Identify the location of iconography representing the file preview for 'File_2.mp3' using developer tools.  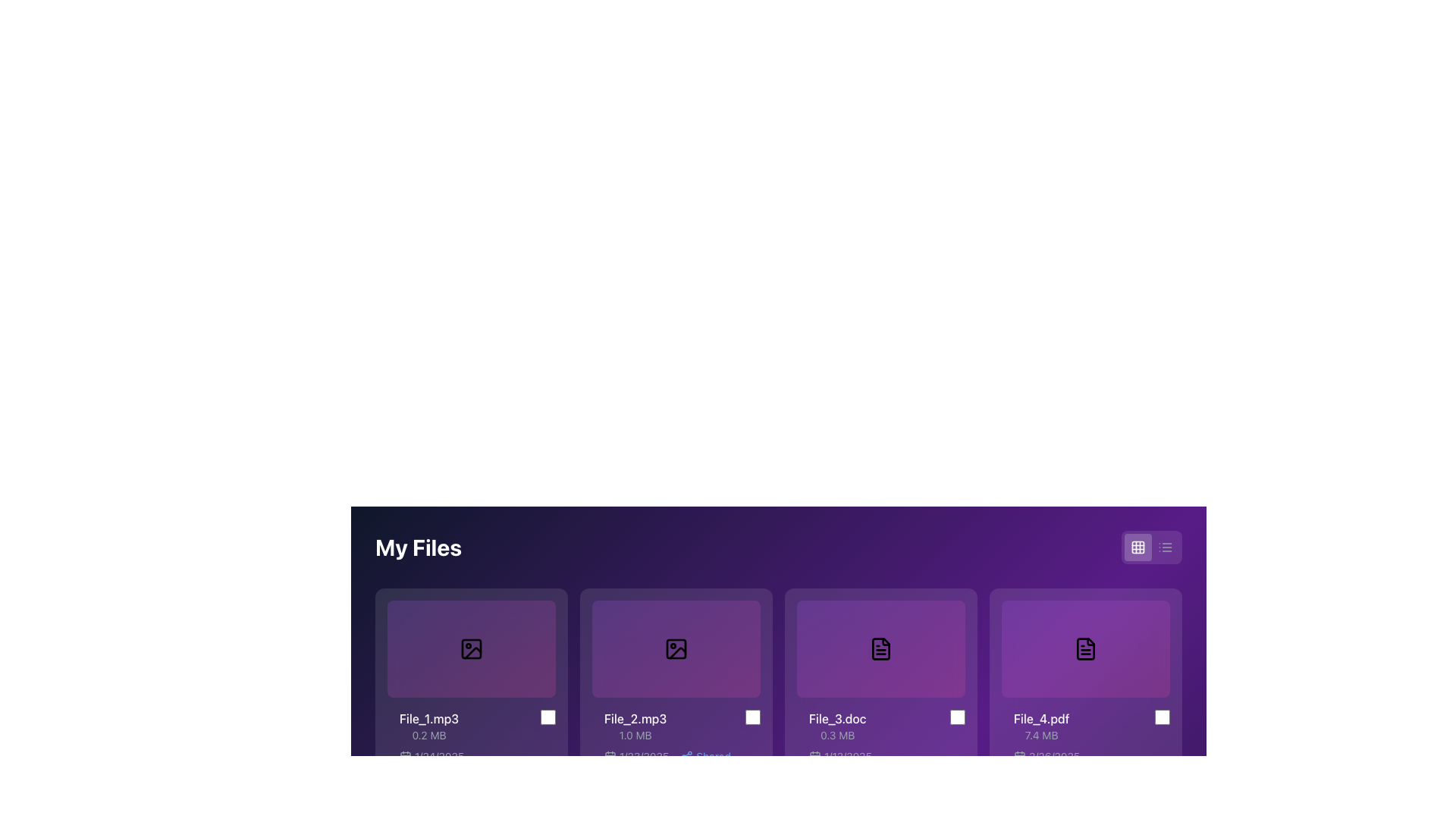
(676, 651).